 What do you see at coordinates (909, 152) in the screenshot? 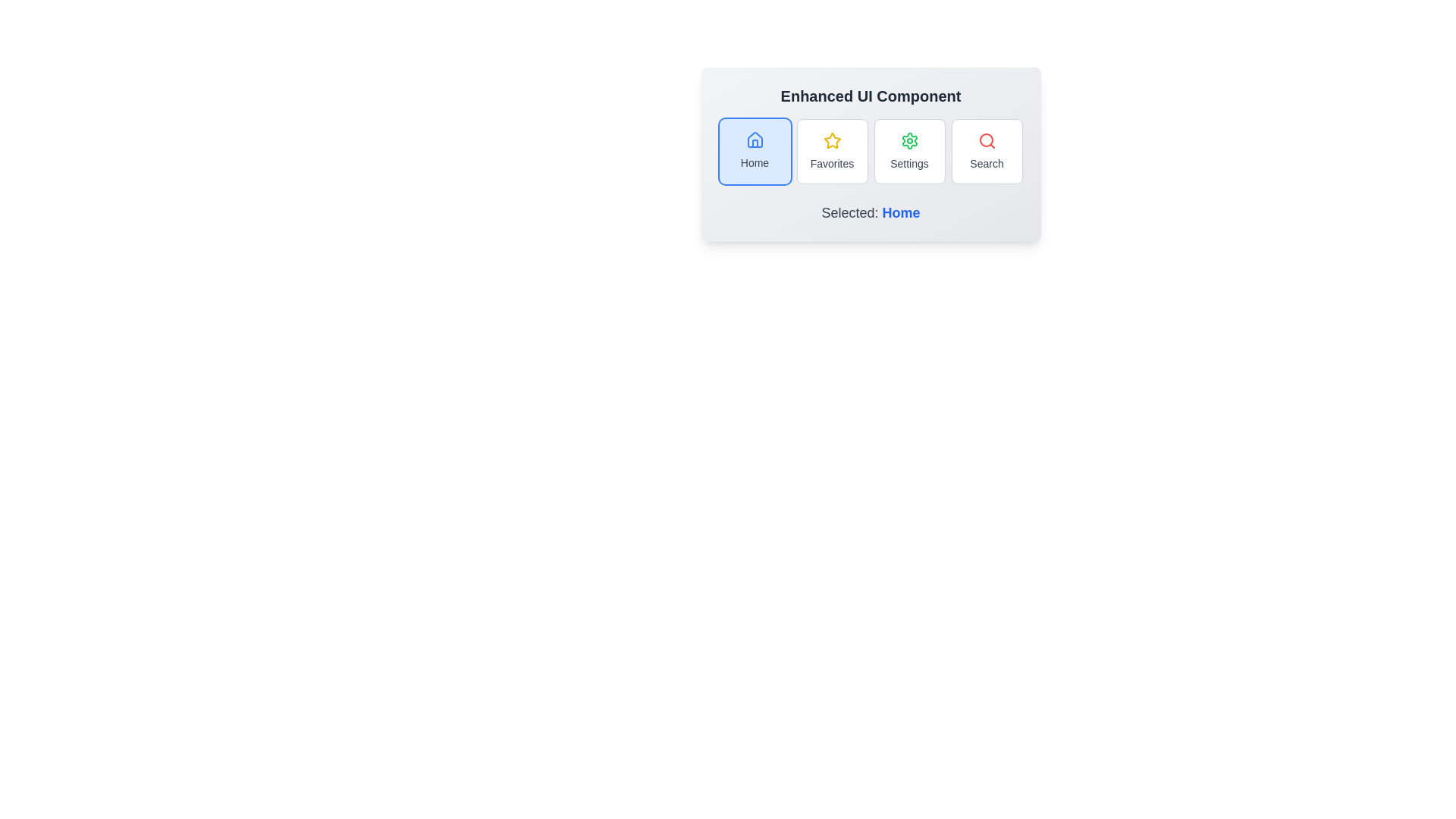
I see `the 'Settings' button` at bounding box center [909, 152].